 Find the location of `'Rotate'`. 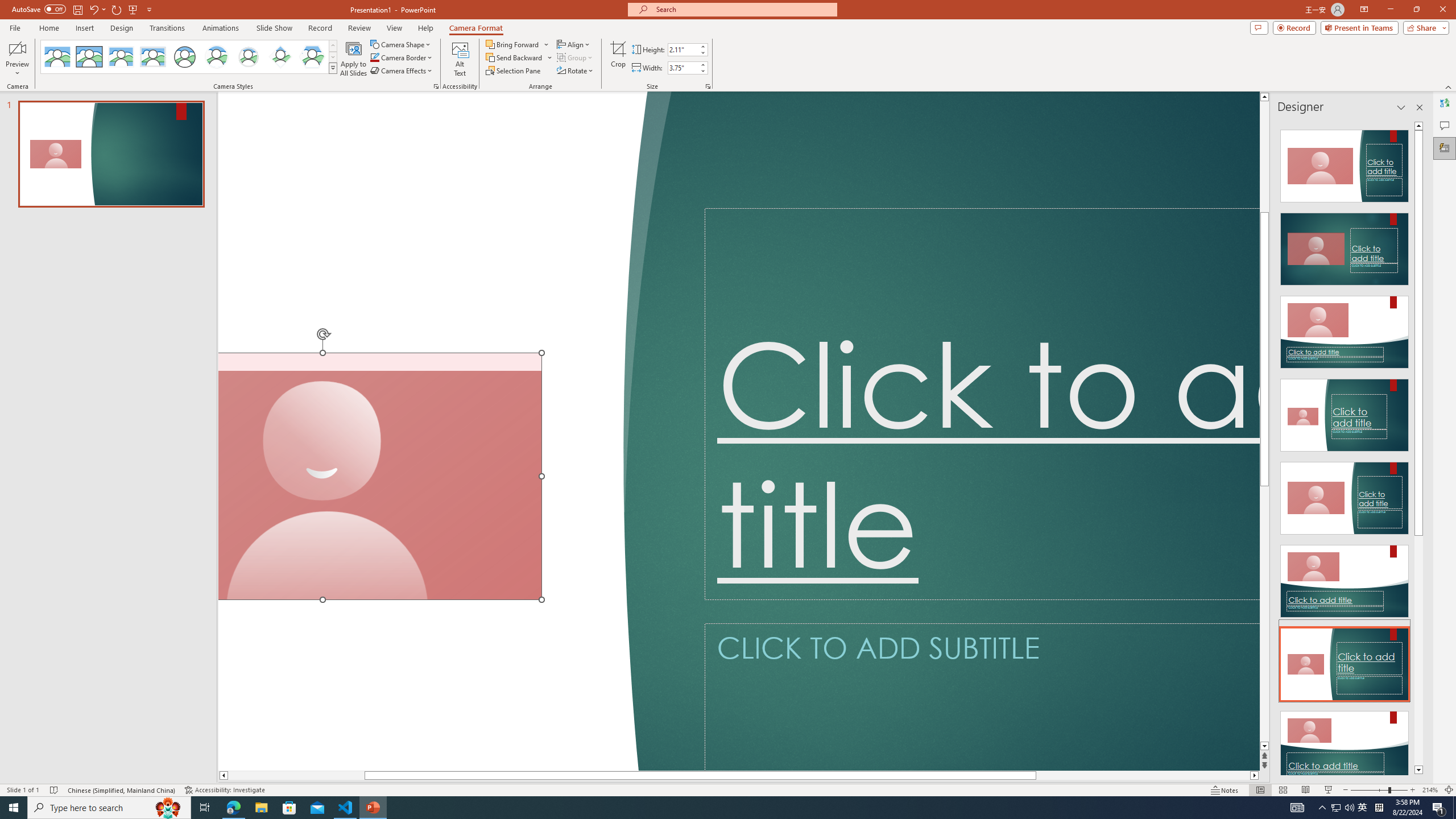

'Rotate' is located at coordinates (575, 69).